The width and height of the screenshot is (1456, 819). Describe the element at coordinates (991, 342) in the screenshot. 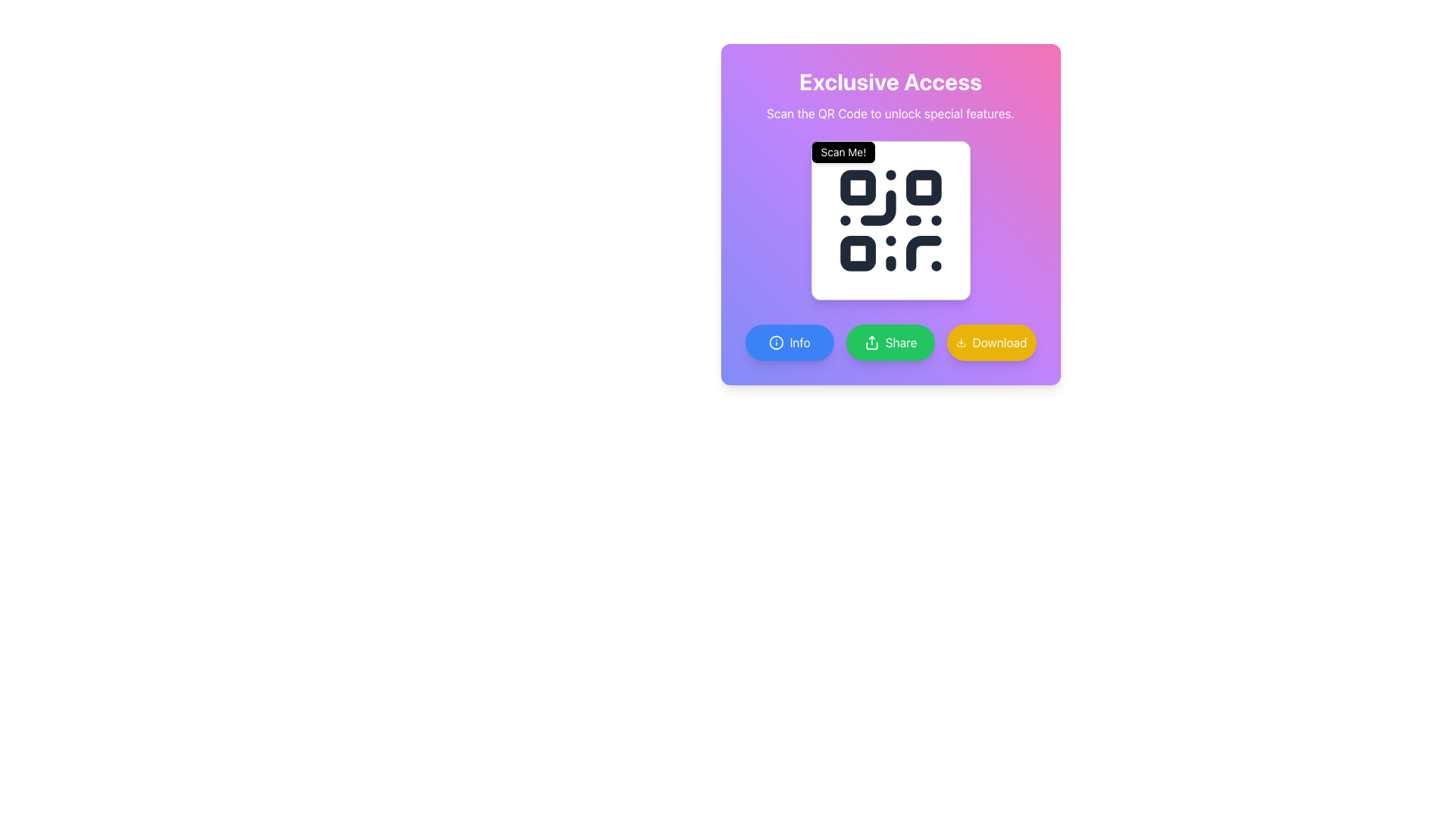

I see `the third button from the left at the bottom-right corner of the colored card containing a QR code and text to initiate the download process` at that location.